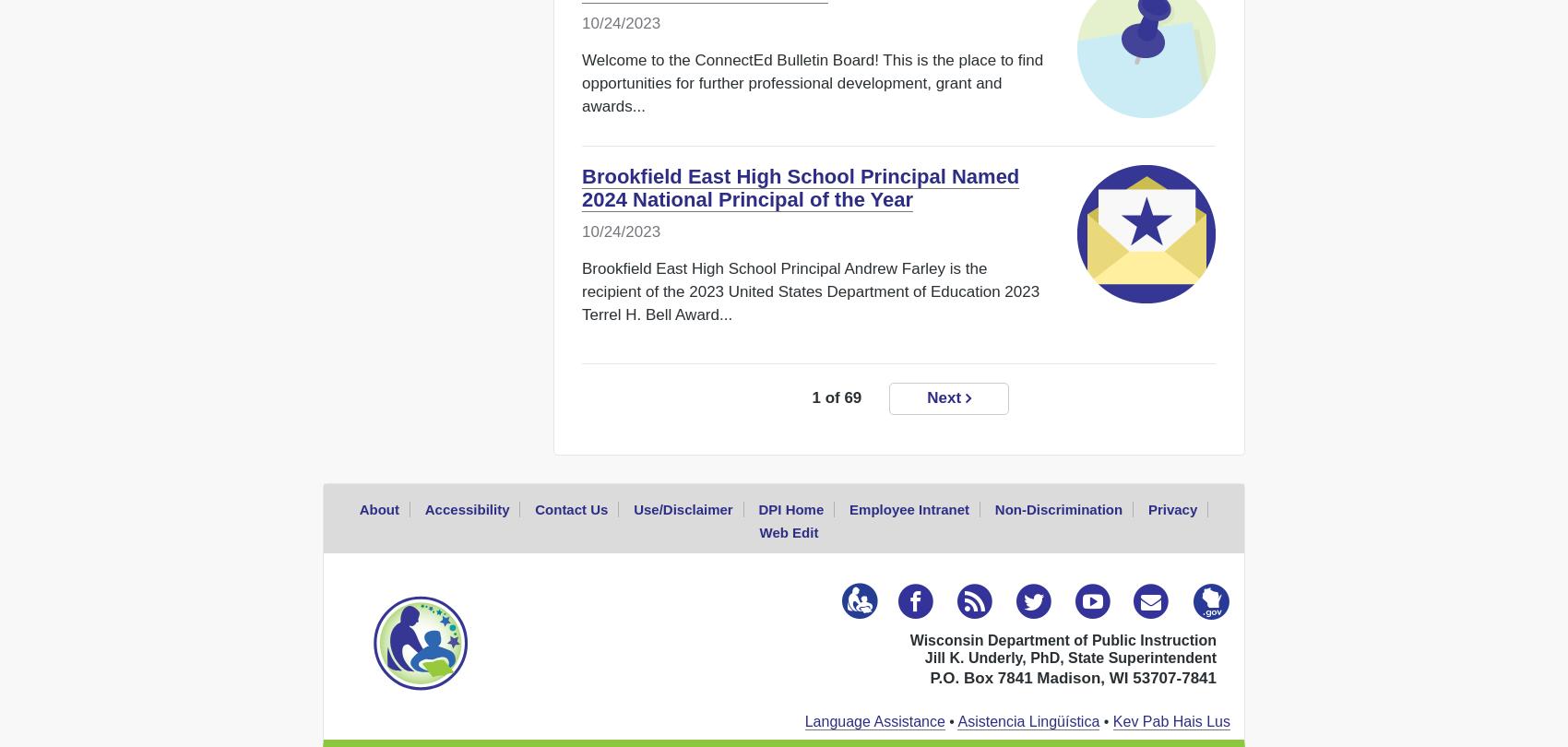 This screenshot has width=1568, height=747. What do you see at coordinates (944, 397) in the screenshot?
I see `'Next'` at bounding box center [944, 397].